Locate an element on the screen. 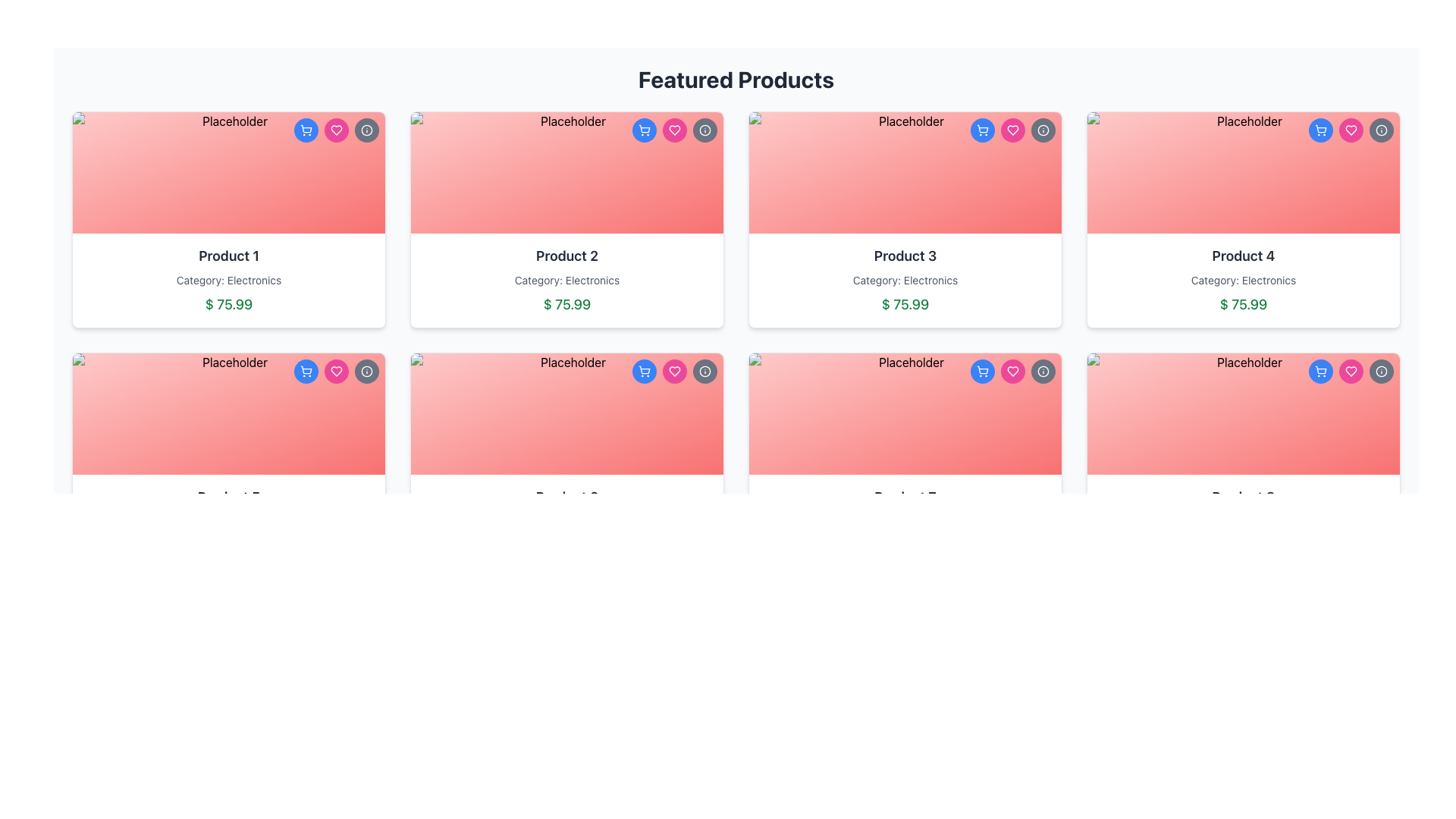 This screenshot has height=819, width=1456. the heart icon in the header section of the product item card in the 'Featured Products' section to mark the product as favorite is located at coordinates (673, 371).